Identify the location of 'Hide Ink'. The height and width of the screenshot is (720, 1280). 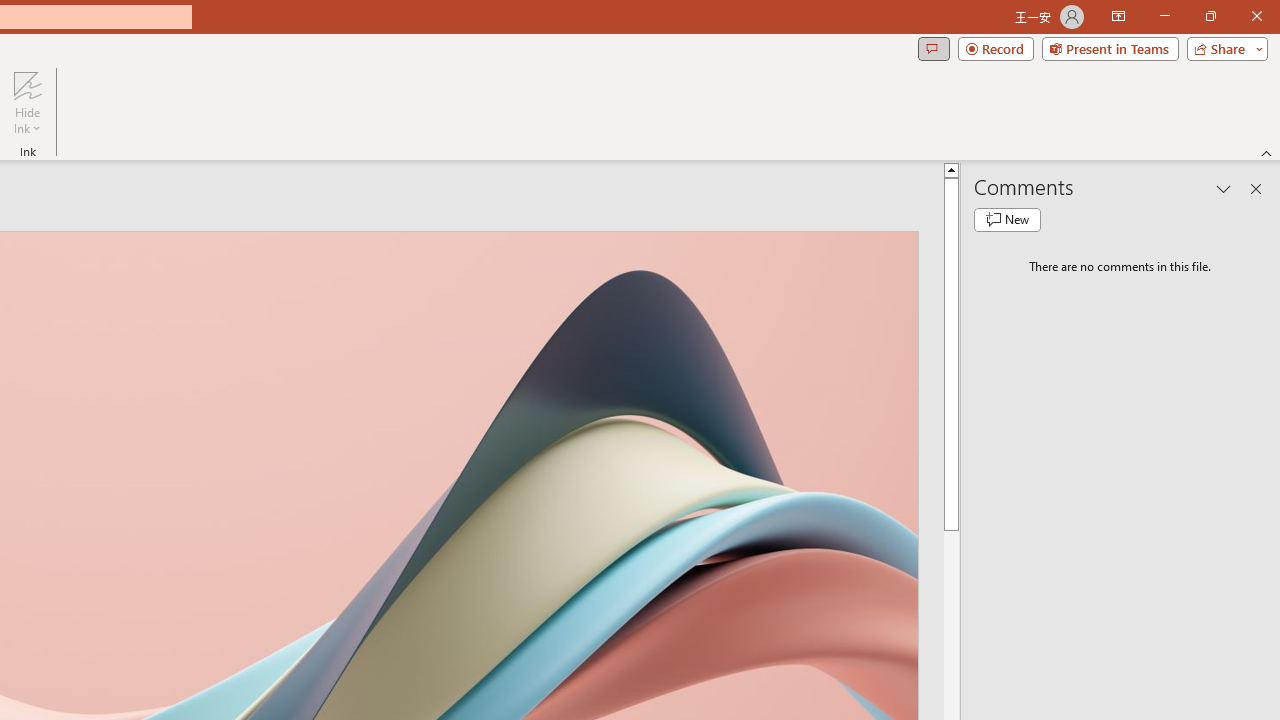
(27, 84).